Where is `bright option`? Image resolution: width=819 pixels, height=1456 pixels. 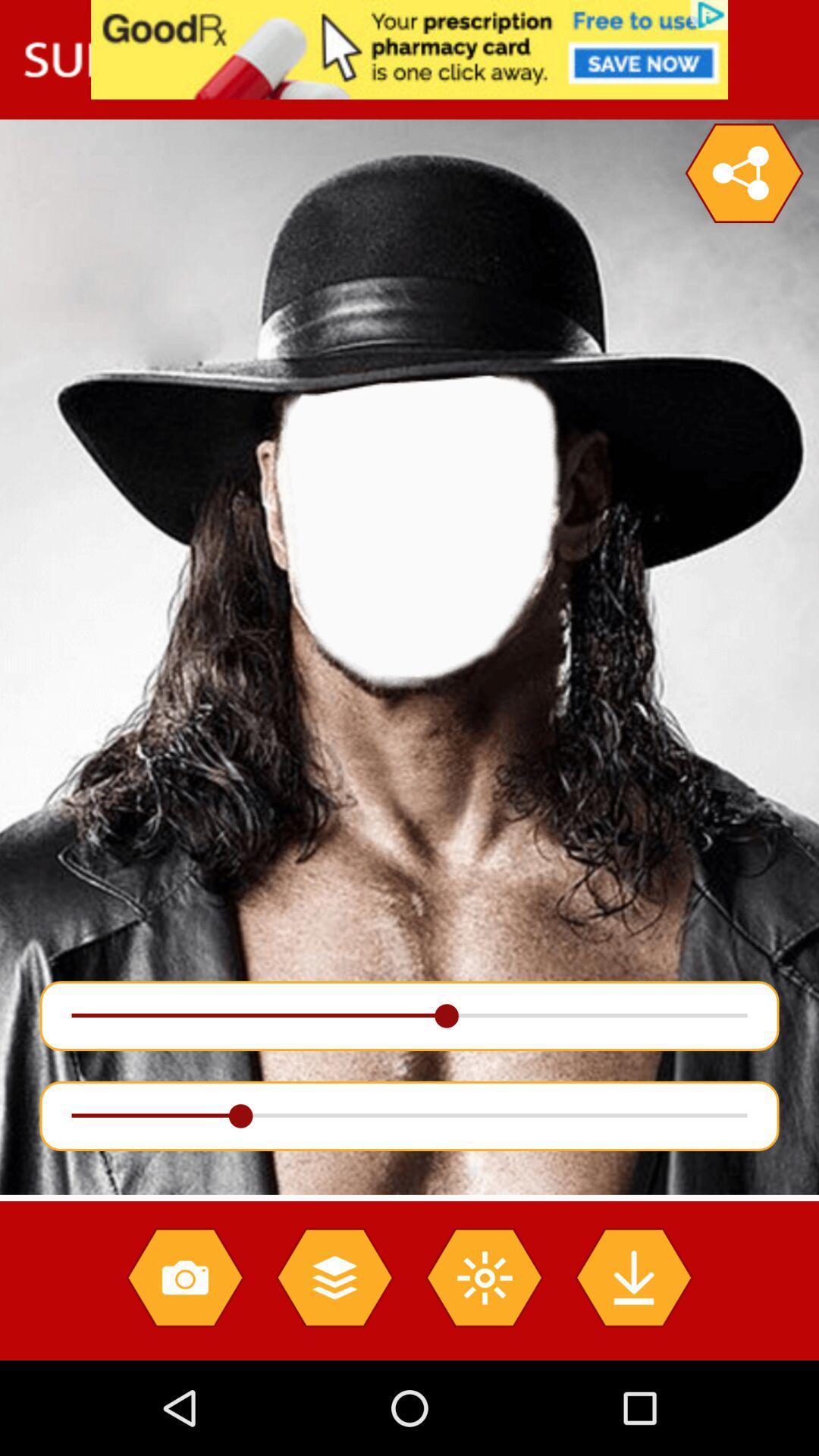
bright option is located at coordinates (484, 1276).